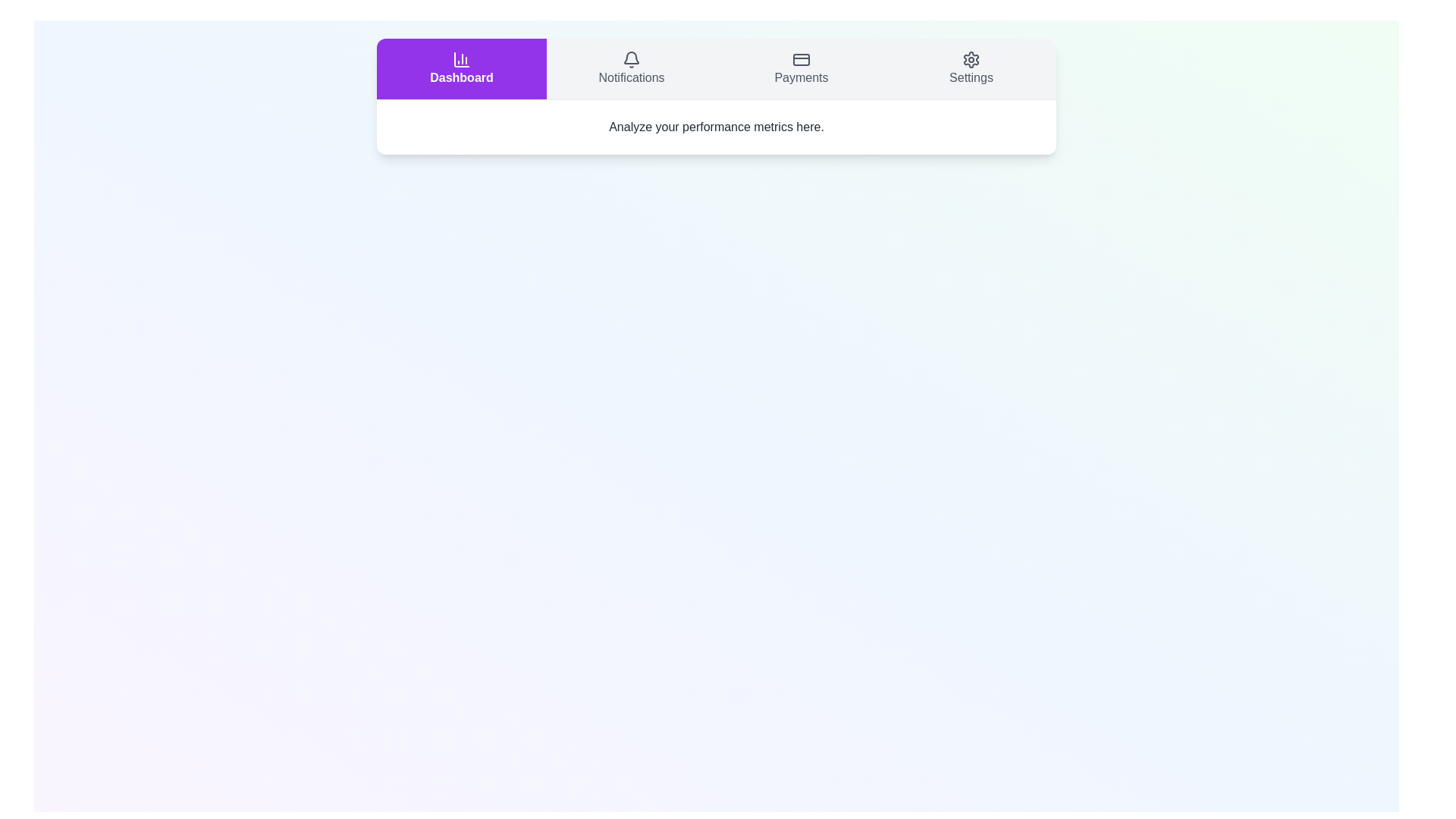 This screenshot has width=1456, height=819. What do you see at coordinates (971, 69) in the screenshot?
I see `the Settings tab to select it` at bounding box center [971, 69].